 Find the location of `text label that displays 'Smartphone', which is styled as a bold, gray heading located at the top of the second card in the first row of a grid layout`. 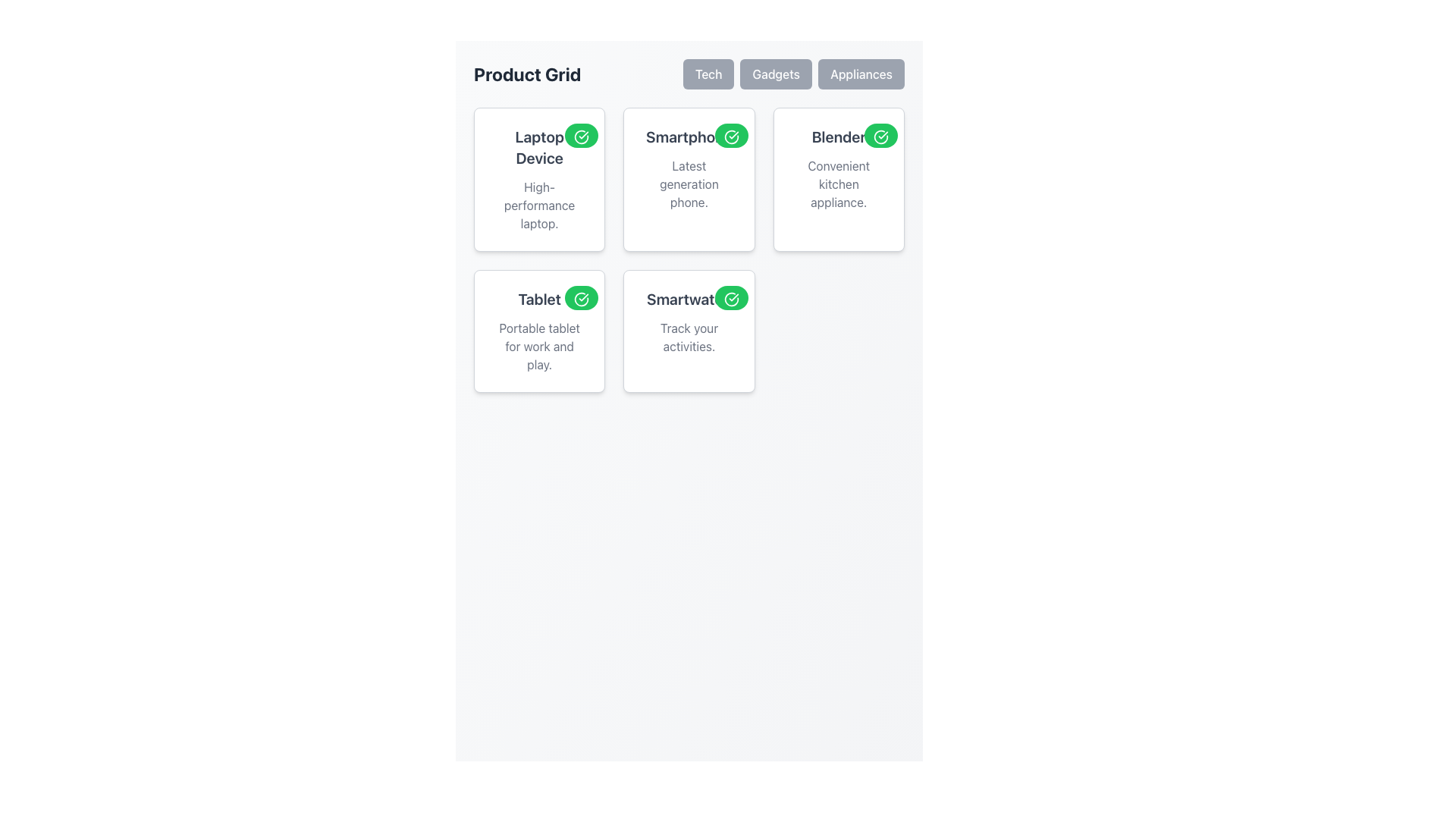

text label that displays 'Smartphone', which is styled as a bold, gray heading located at the top of the second card in the first row of a grid layout is located at coordinates (688, 137).